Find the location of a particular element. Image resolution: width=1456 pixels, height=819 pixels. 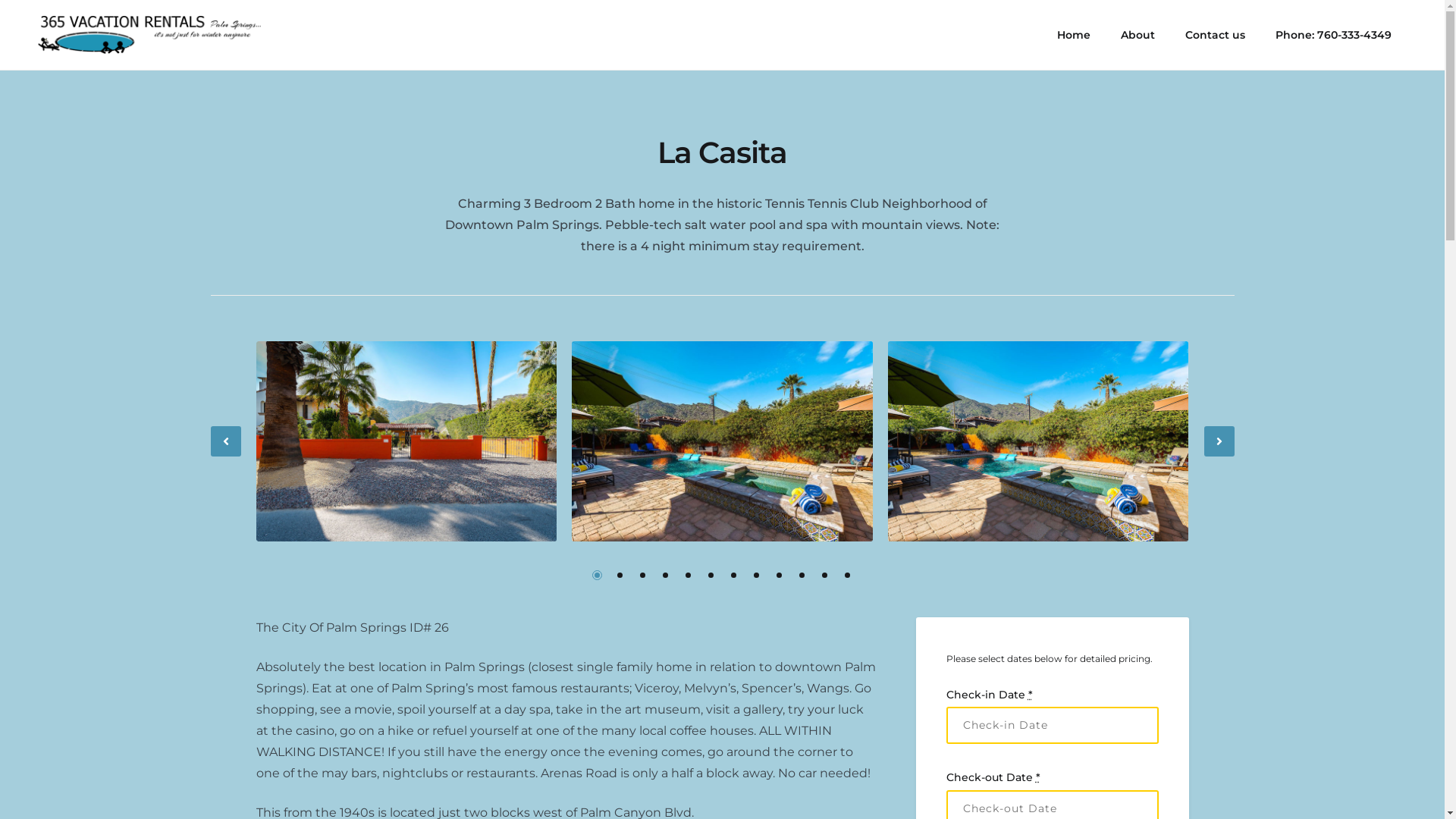

'Home' is located at coordinates (1073, 34).